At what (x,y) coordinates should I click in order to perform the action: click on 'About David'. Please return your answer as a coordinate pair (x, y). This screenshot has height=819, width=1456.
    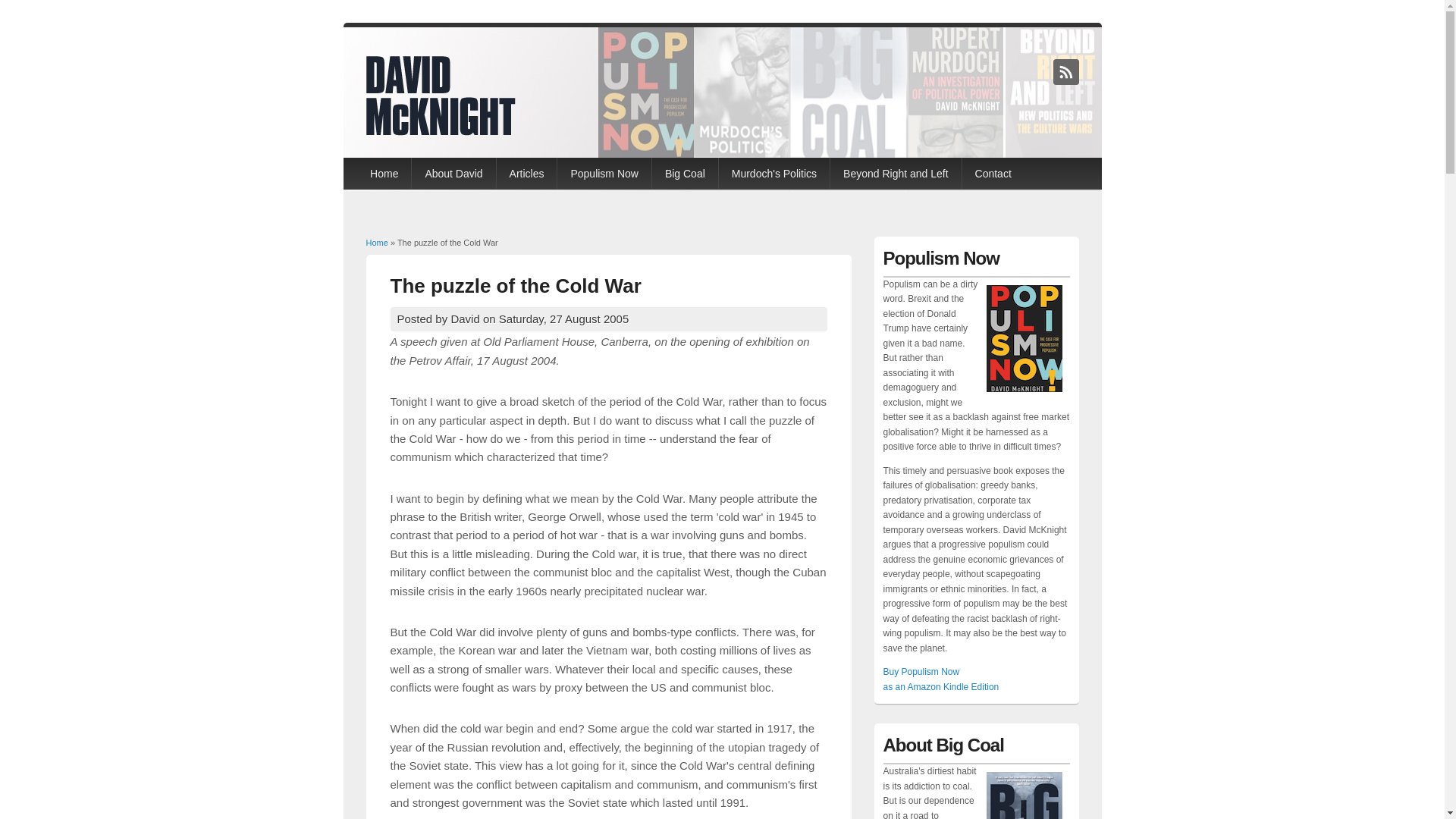
    Looking at the image, I should click on (411, 172).